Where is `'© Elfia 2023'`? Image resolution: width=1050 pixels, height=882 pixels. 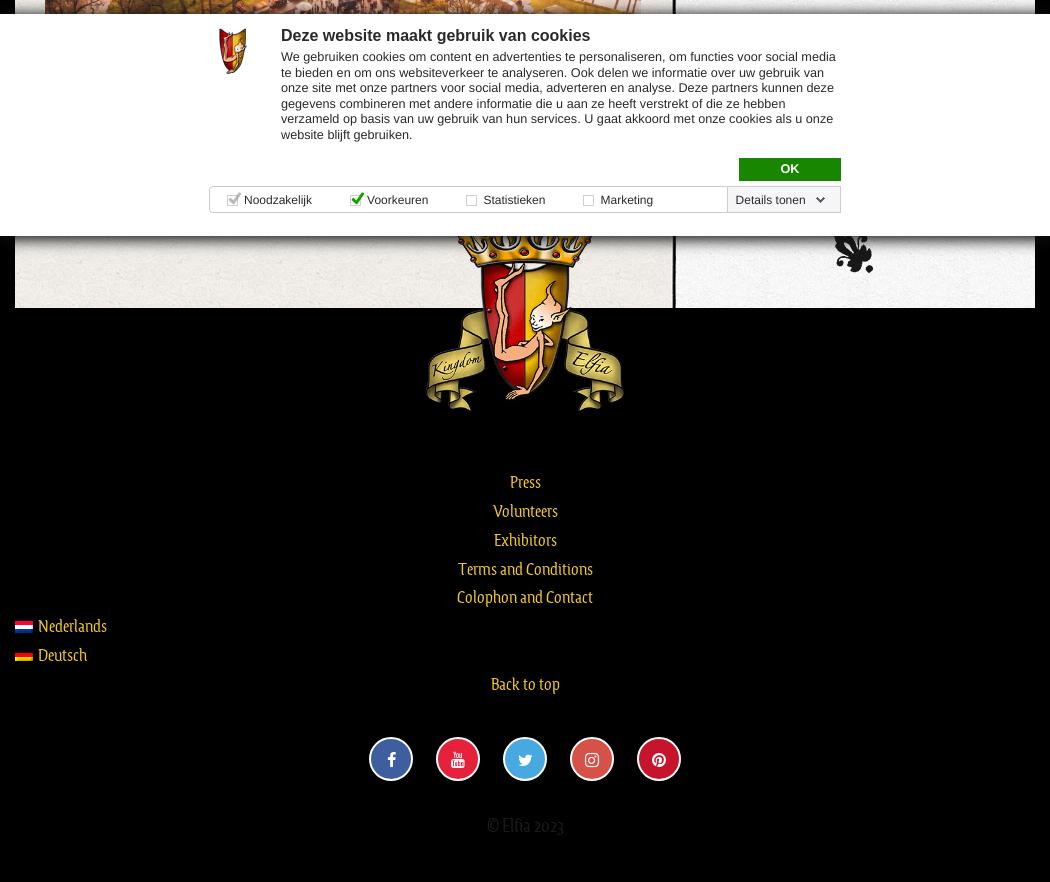
'© Elfia 2023' is located at coordinates (523, 823).